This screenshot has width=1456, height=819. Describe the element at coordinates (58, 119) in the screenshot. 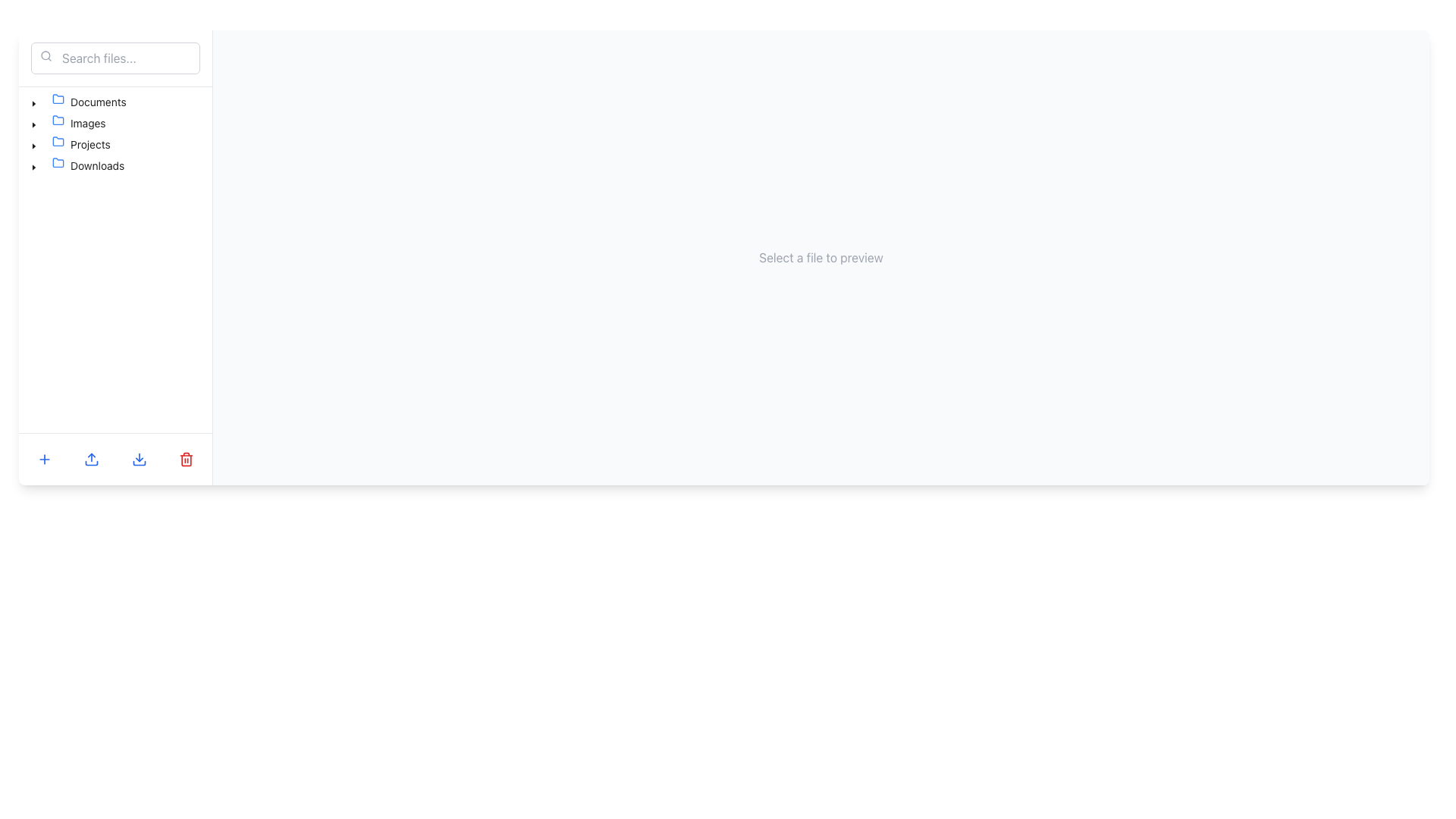

I see `the folder icon located in the left sidebar under the label 'Images' by moving the cursor to its center` at that location.